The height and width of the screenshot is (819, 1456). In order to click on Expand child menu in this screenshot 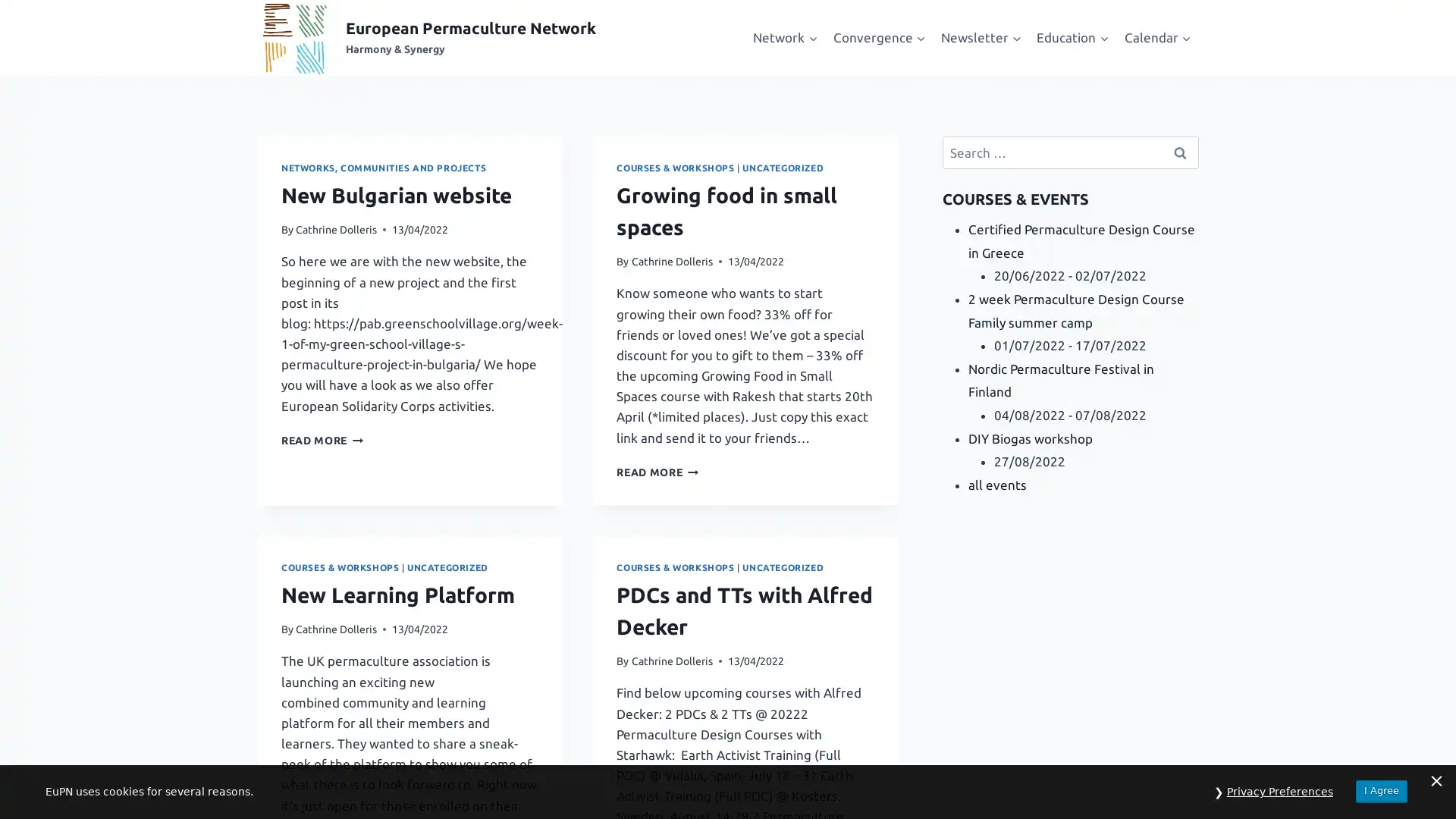, I will do `click(878, 36)`.